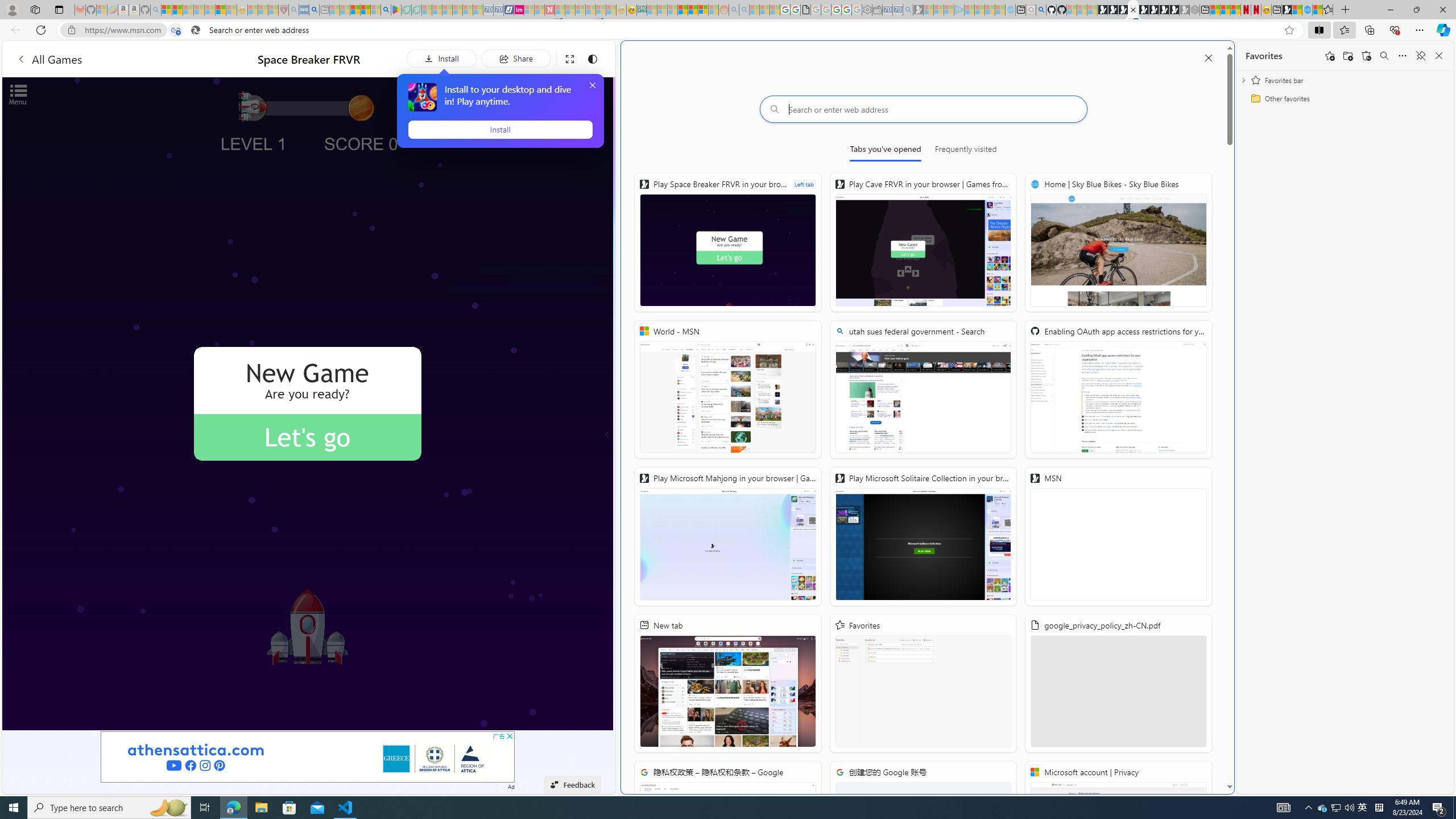 The width and height of the screenshot is (1456, 819). What do you see at coordinates (1347, 55) in the screenshot?
I see `'Add folder'` at bounding box center [1347, 55].